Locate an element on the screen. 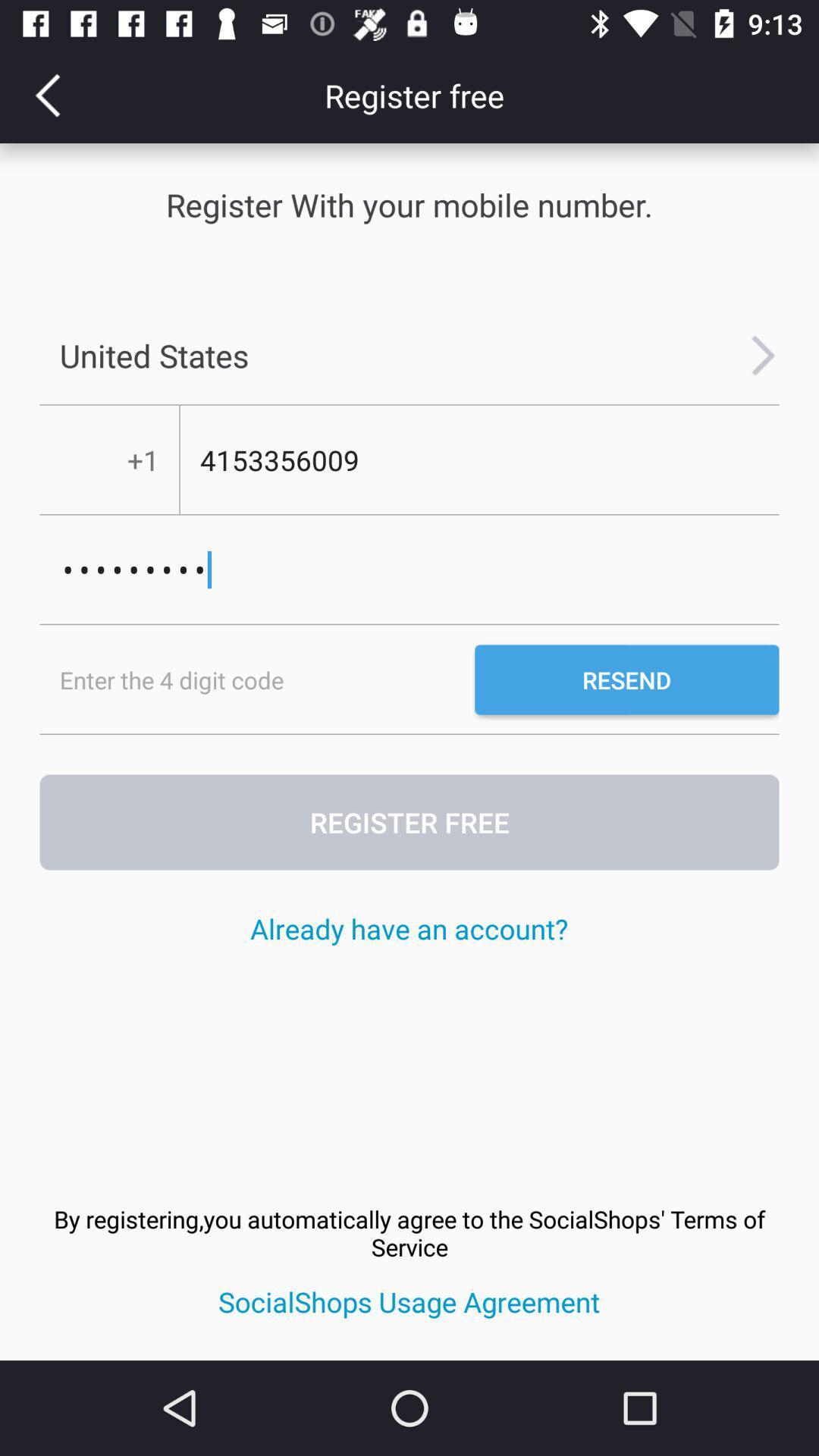  already have an icon is located at coordinates (408, 927).